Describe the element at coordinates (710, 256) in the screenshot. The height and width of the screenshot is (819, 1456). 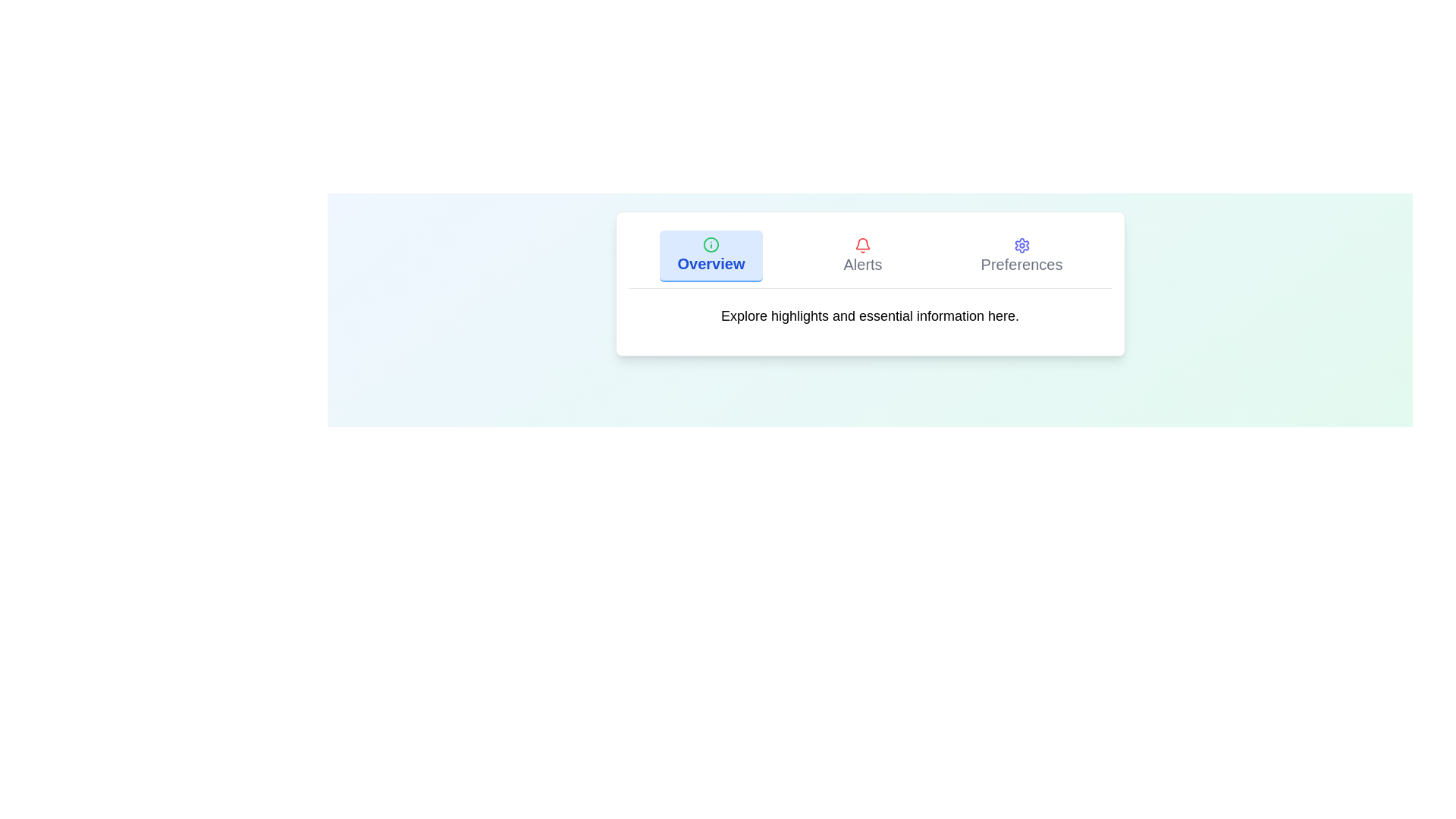
I see `the tab with the title Overview to inspect its details` at that location.